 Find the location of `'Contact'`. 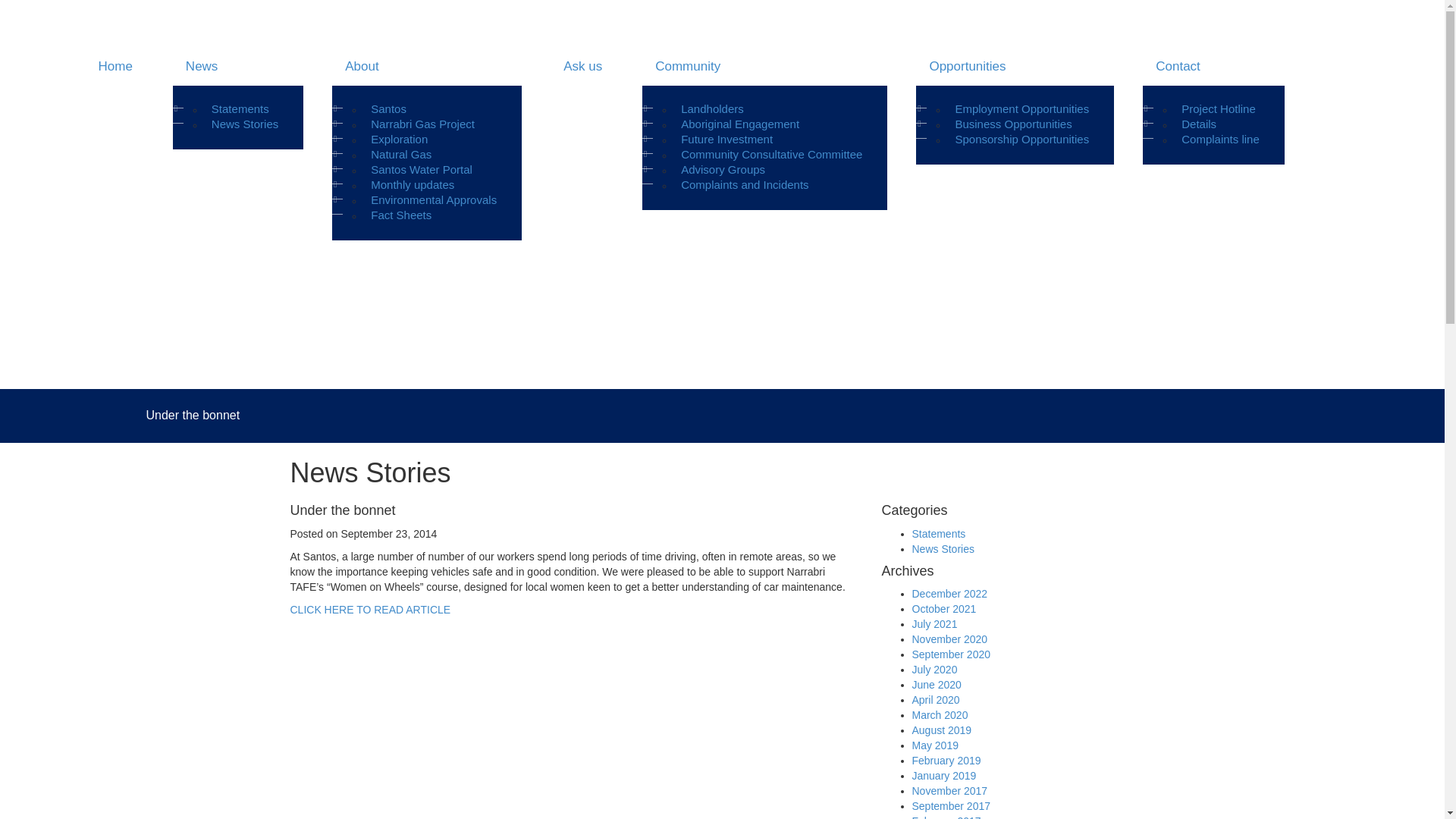

'Contact' is located at coordinates (1213, 66).